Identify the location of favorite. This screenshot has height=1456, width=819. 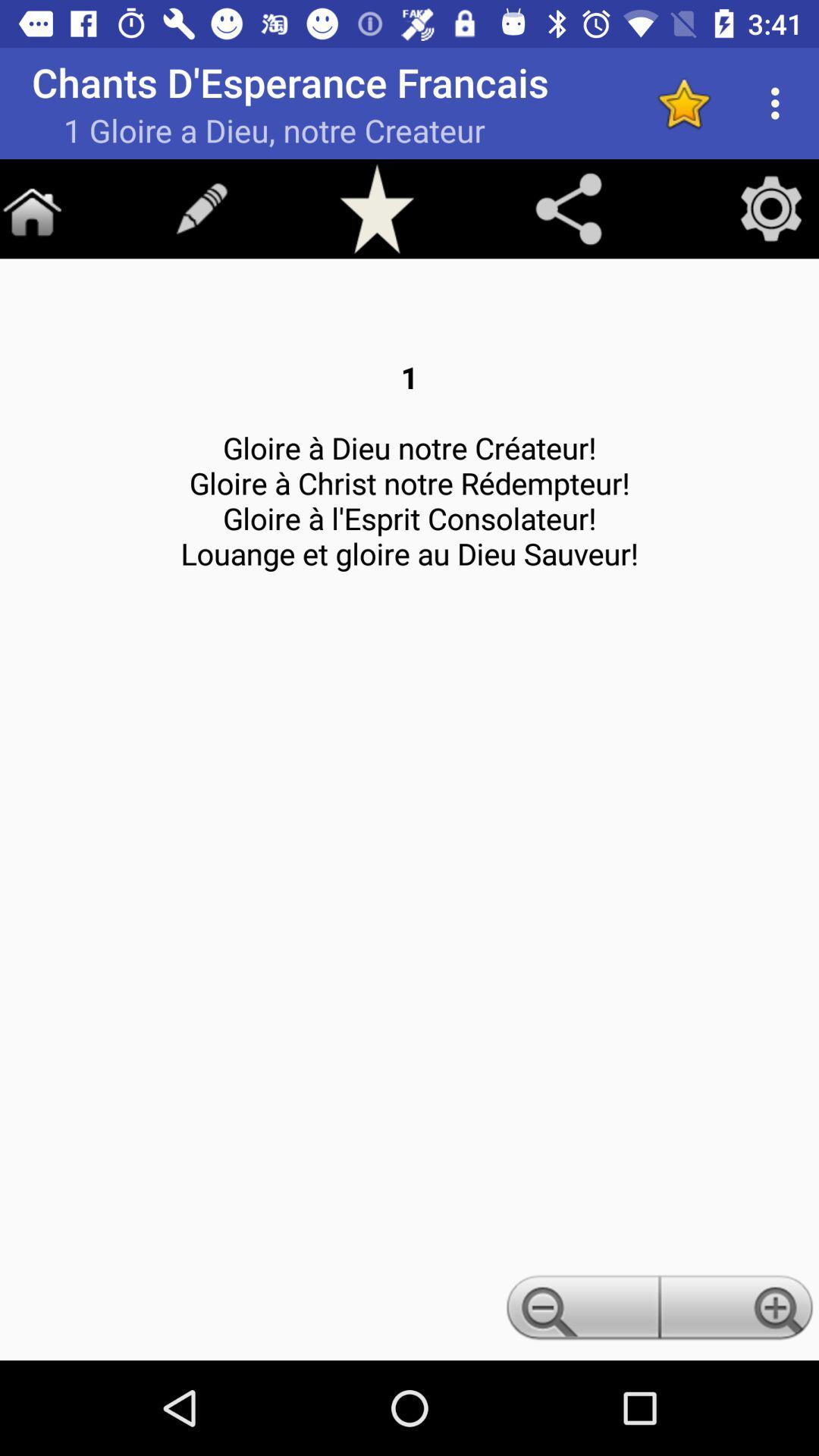
(376, 208).